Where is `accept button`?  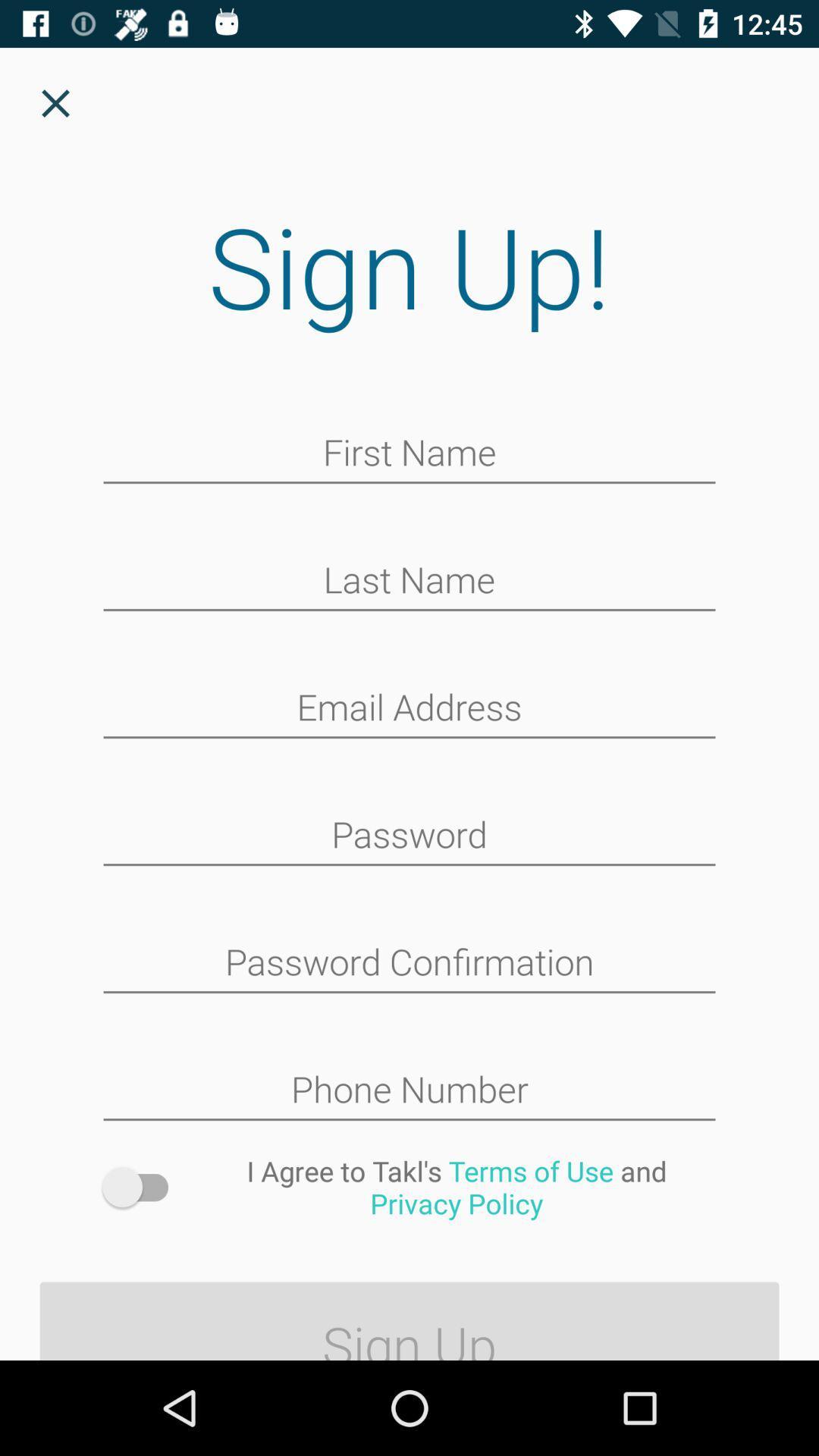
accept button is located at coordinates (143, 1186).